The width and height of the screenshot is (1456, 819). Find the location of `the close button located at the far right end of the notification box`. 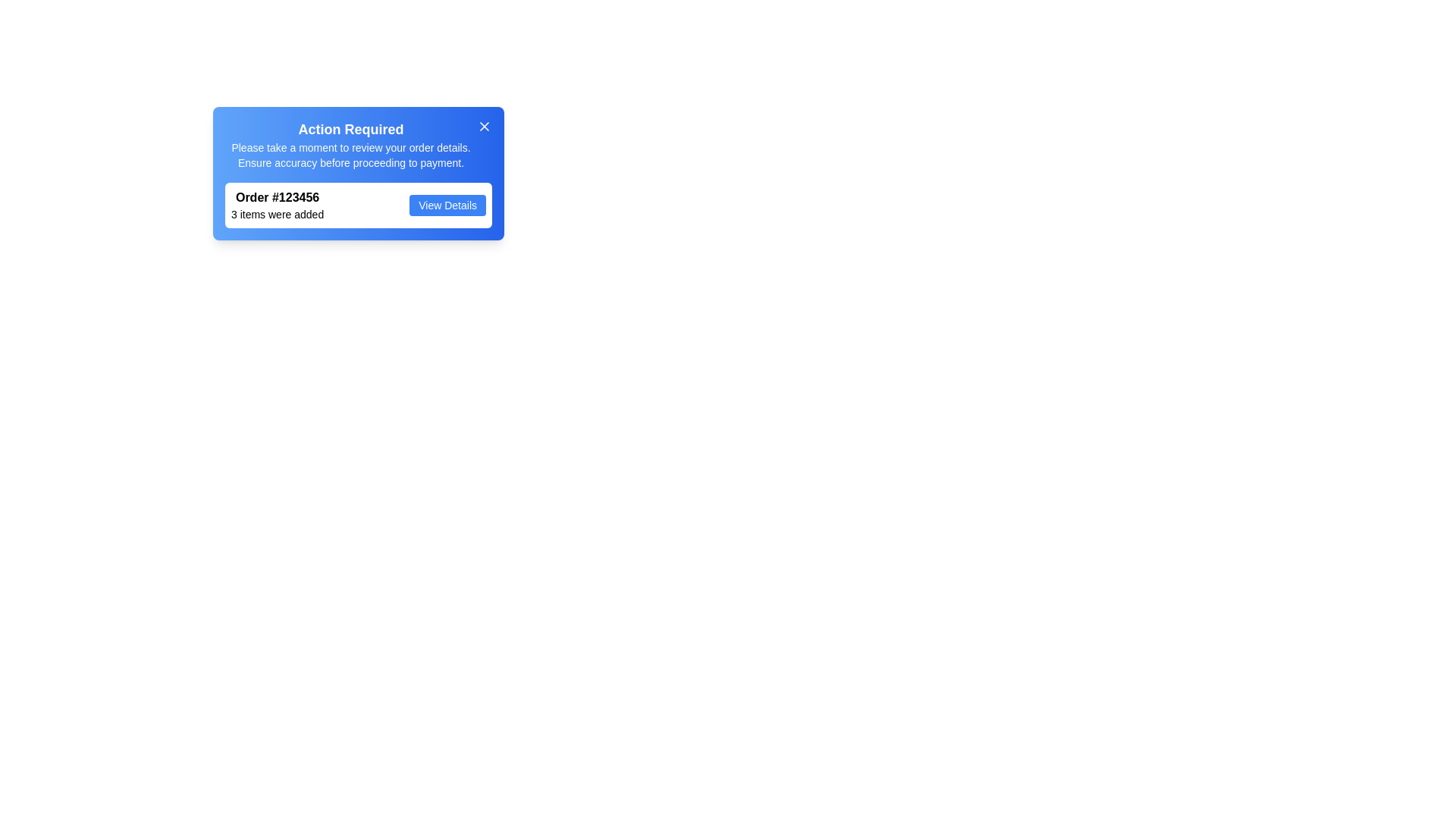

the close button located at the far right end of the notification box is located at coordinates (483, 125).